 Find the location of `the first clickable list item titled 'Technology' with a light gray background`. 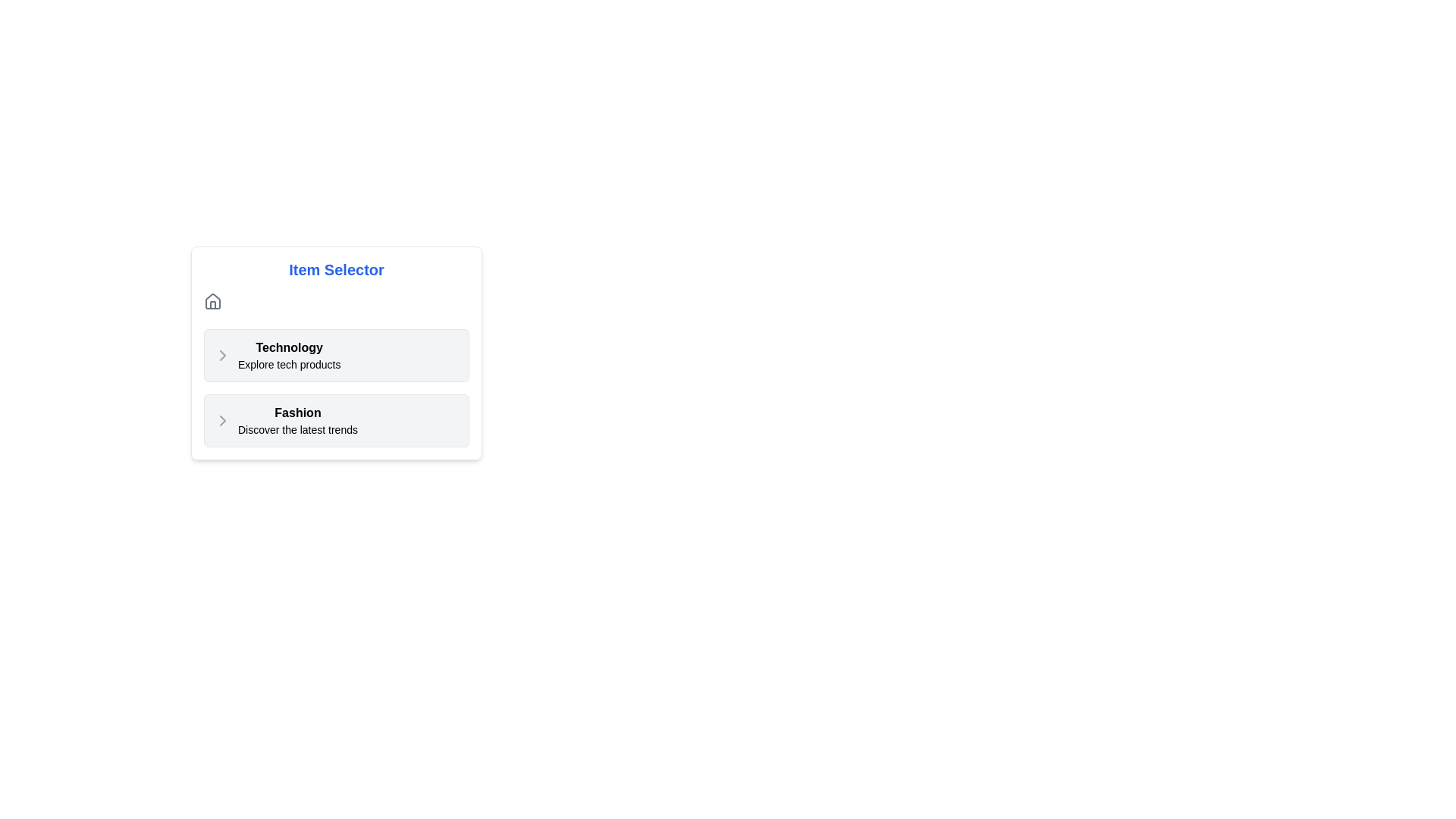

the first clickable list item titled 'Technology' with a light gray background is located at coordinates (336, 353).